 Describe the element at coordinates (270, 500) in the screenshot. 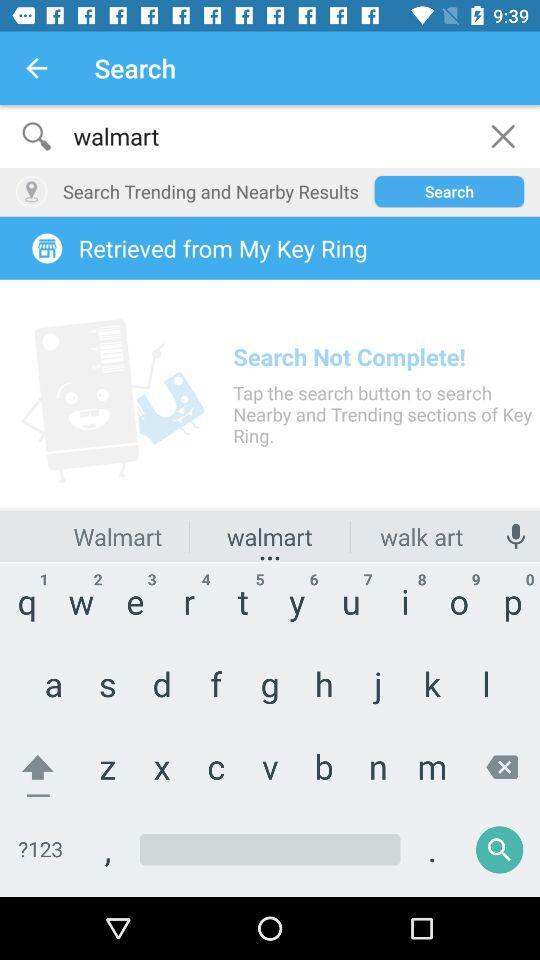

I see `search menu` at that location.